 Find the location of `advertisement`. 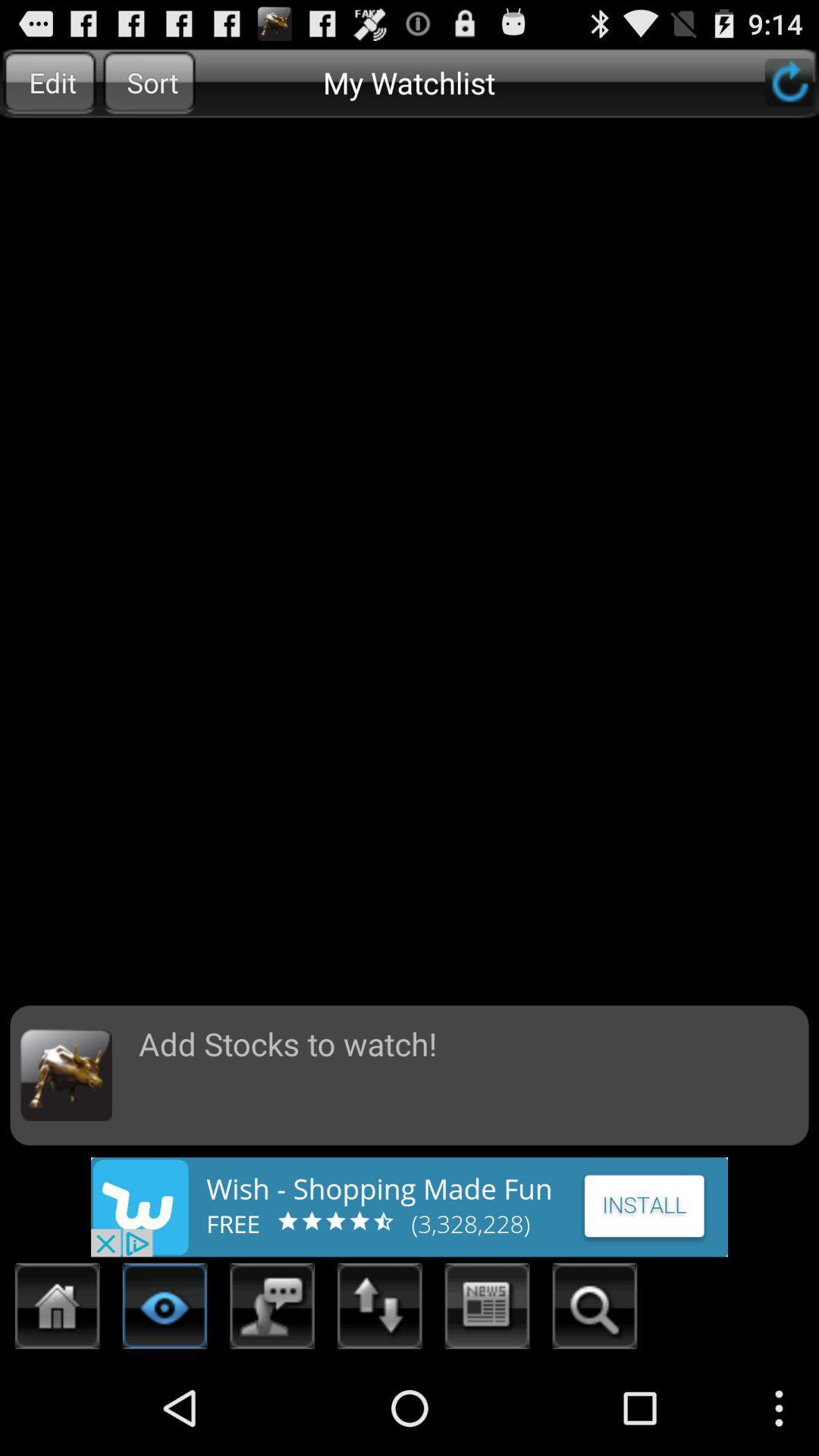

advertisement is located at coordinates (409, 1206).